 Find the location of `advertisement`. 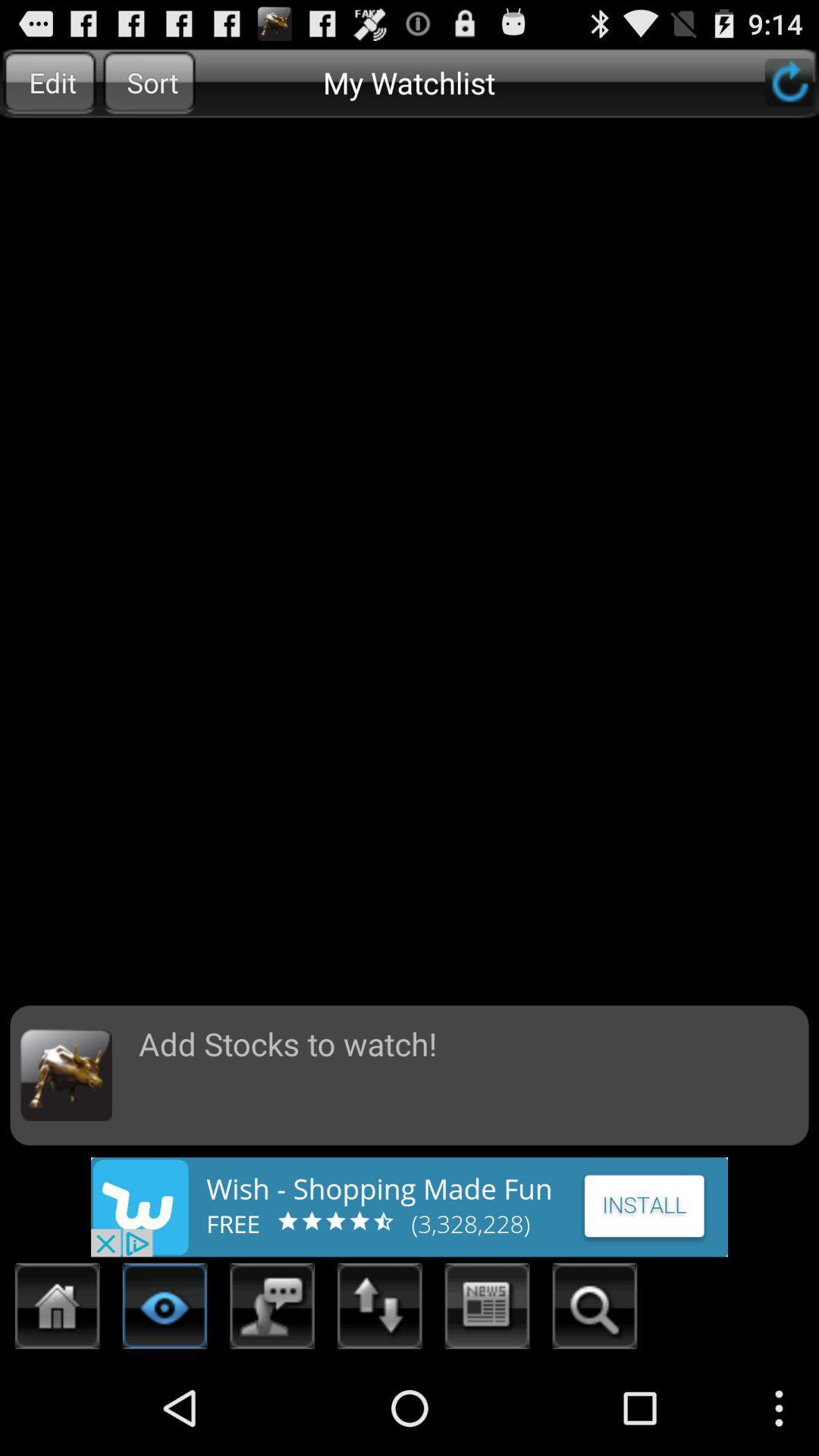

advertisement is located at coordinates (409, 1206).